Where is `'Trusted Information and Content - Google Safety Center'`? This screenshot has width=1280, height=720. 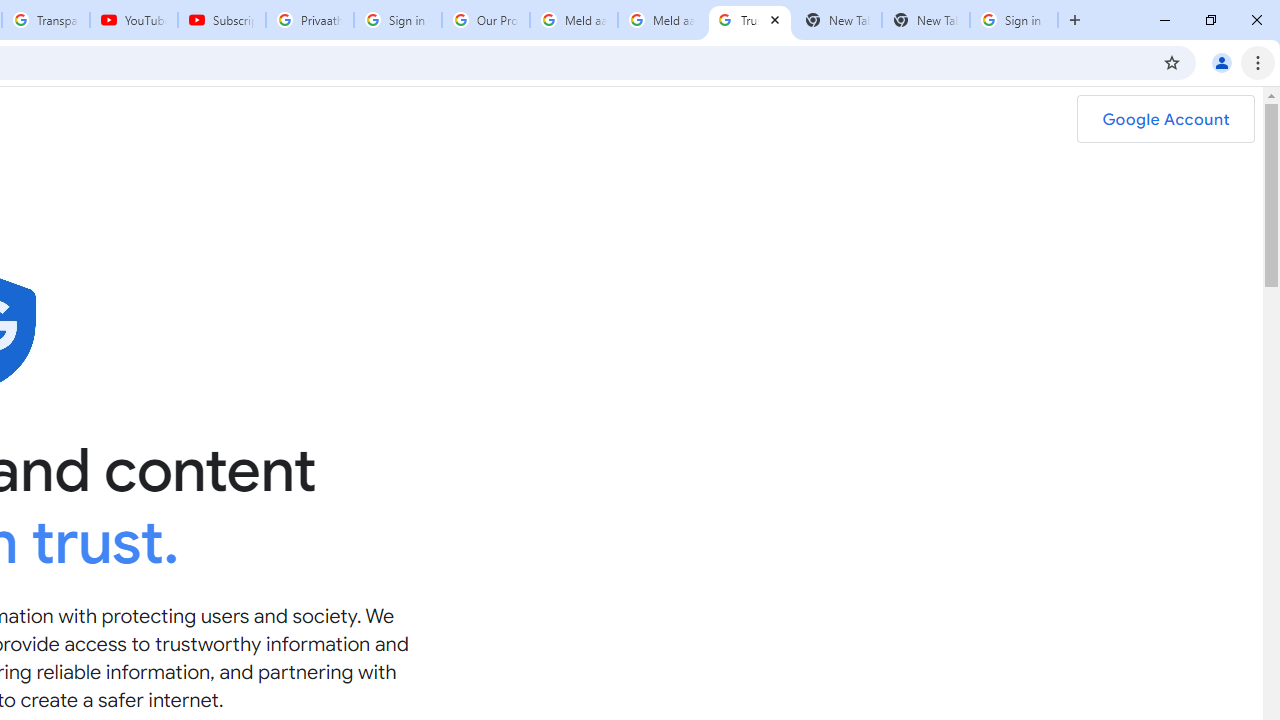
'Trusted Information and Content - Google Safety Center' is located at coordinates (749, 20).